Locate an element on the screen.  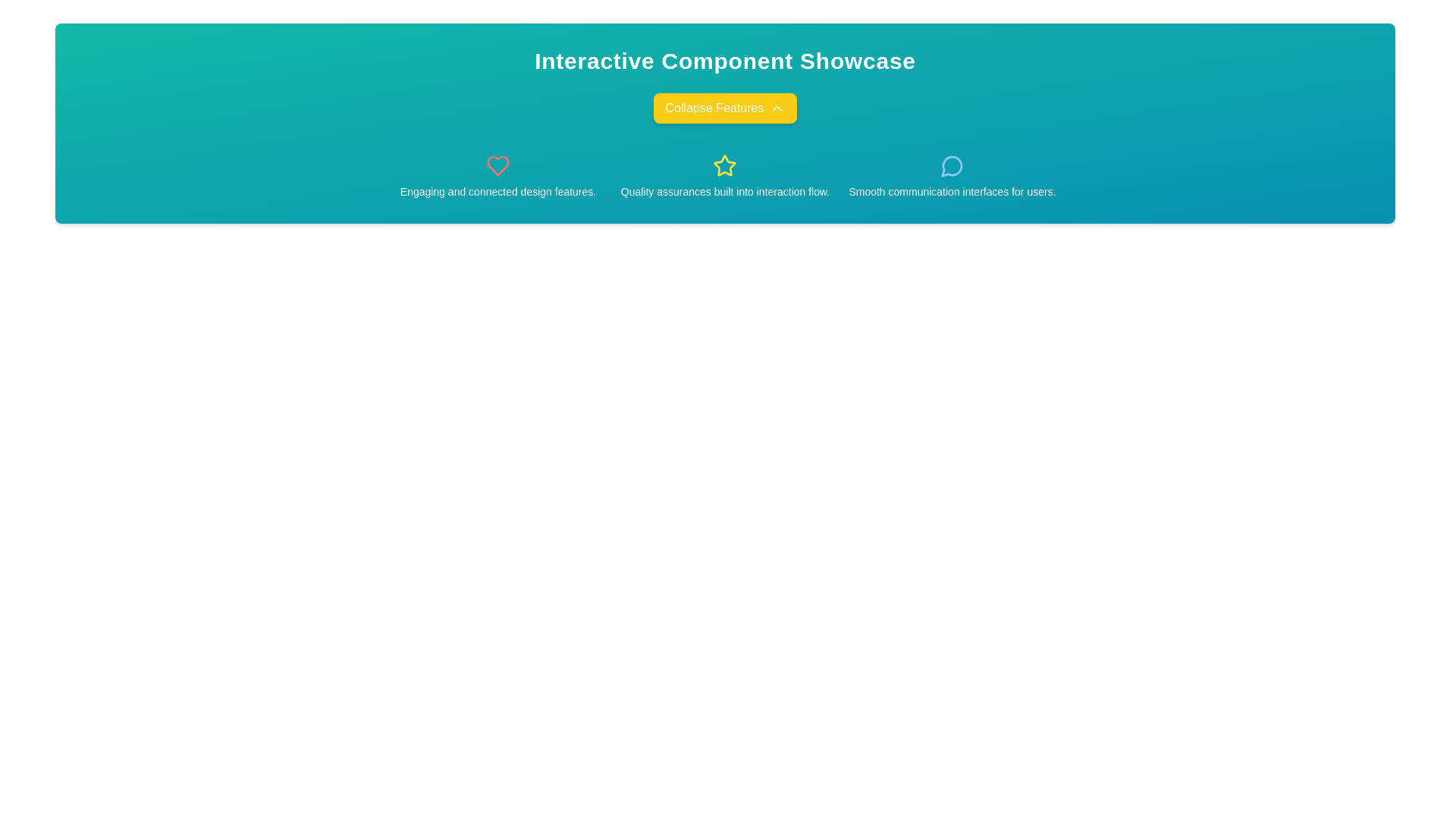
displayed text of the Informative Icon with Text positioned between the components titled 'Engaging and connected design features.' and 'Smooth communication interfaces for users.' is located at coordinates (724, 175).